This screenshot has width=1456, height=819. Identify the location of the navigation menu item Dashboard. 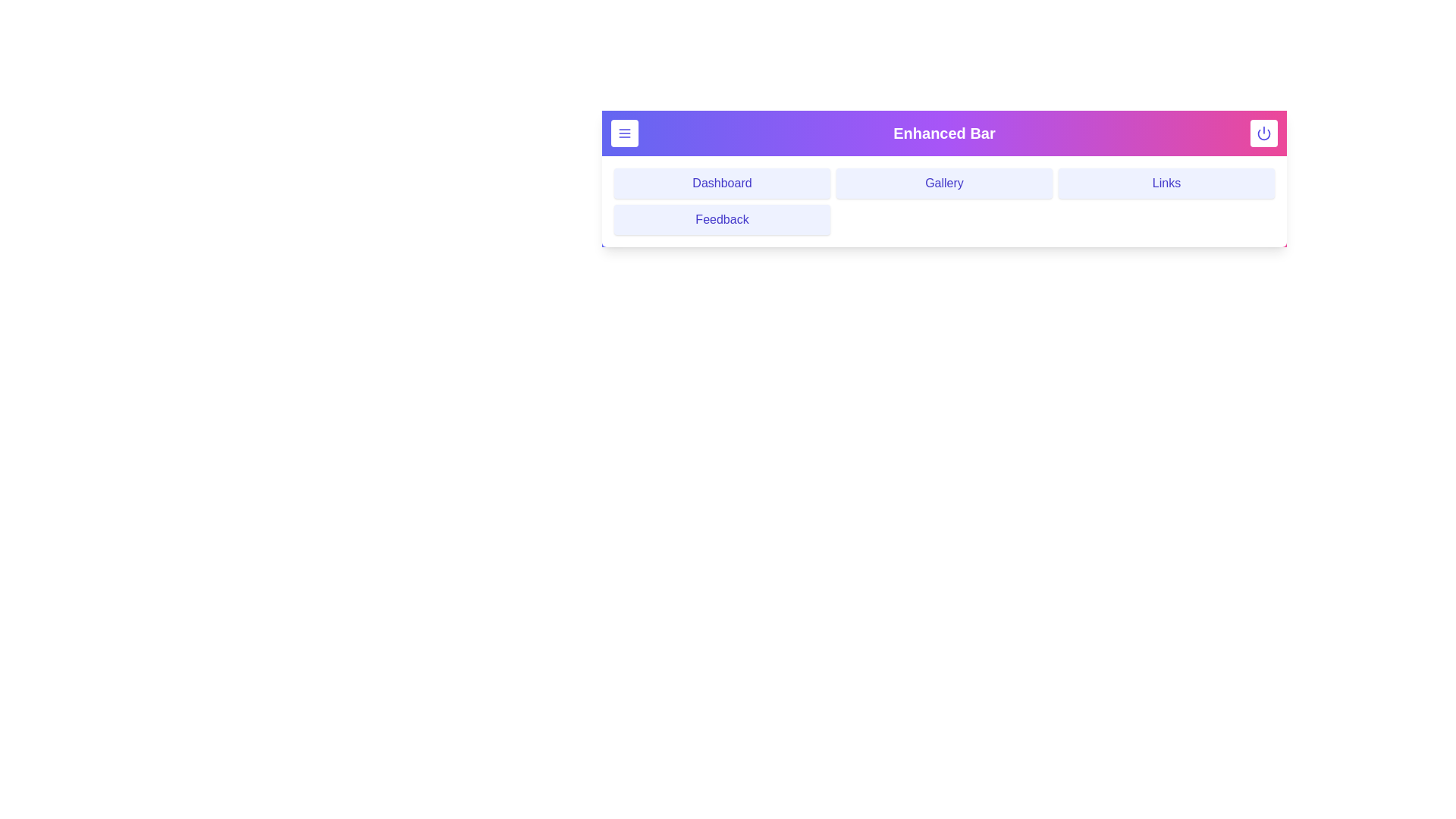
(721, 183).